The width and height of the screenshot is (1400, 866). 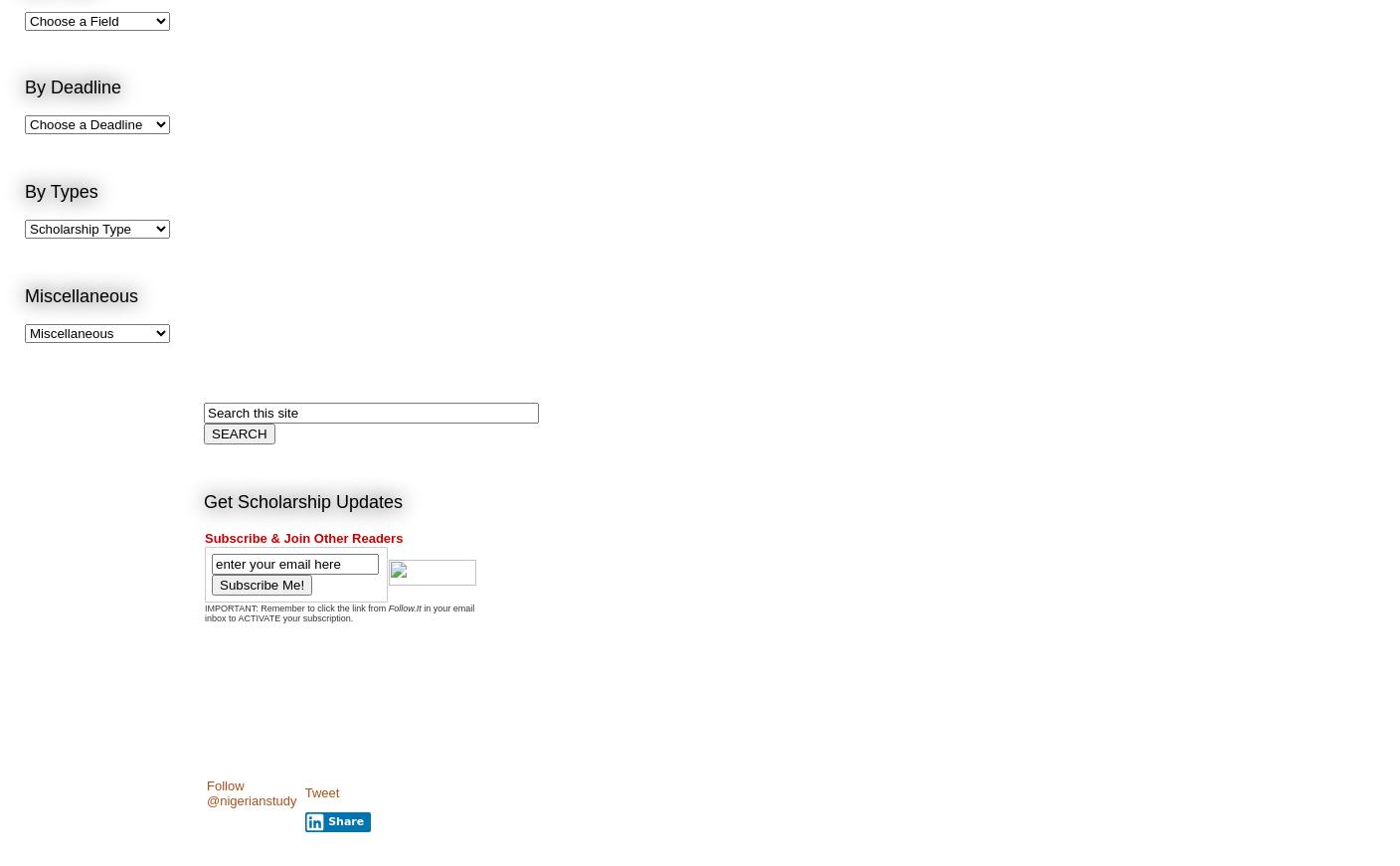 What do you see at coordinates (302, 500) in the screenshot?
I see `'Get Scholarship Updates'` at bounding box center [302, 500].